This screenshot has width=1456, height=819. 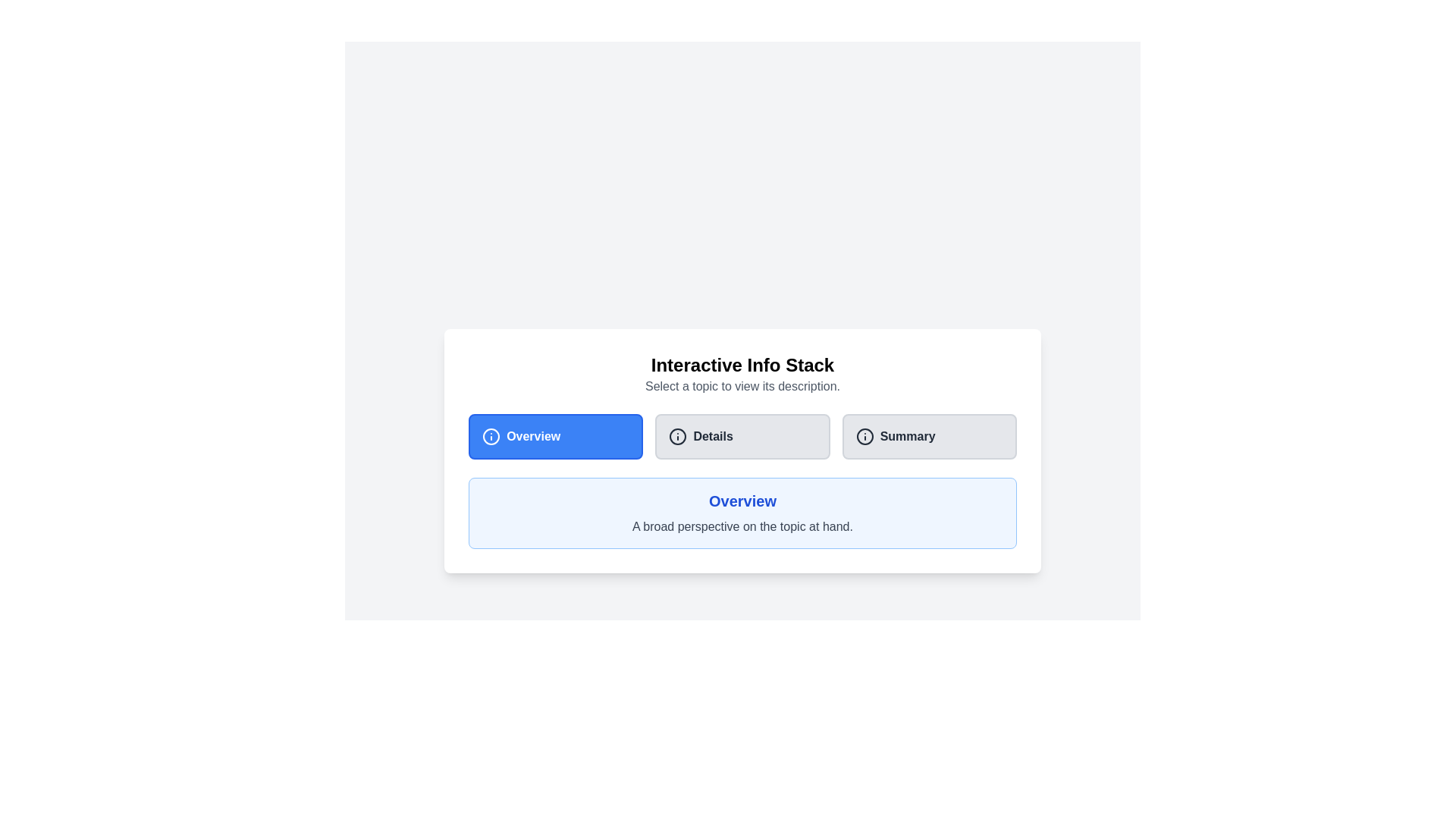 What do you see at coordinates (742, 500) in the screenshot?
I see `prominently styled text label that says 'Overview' located in the upper portion of a light blue background box` at bounding box center [742, 500].